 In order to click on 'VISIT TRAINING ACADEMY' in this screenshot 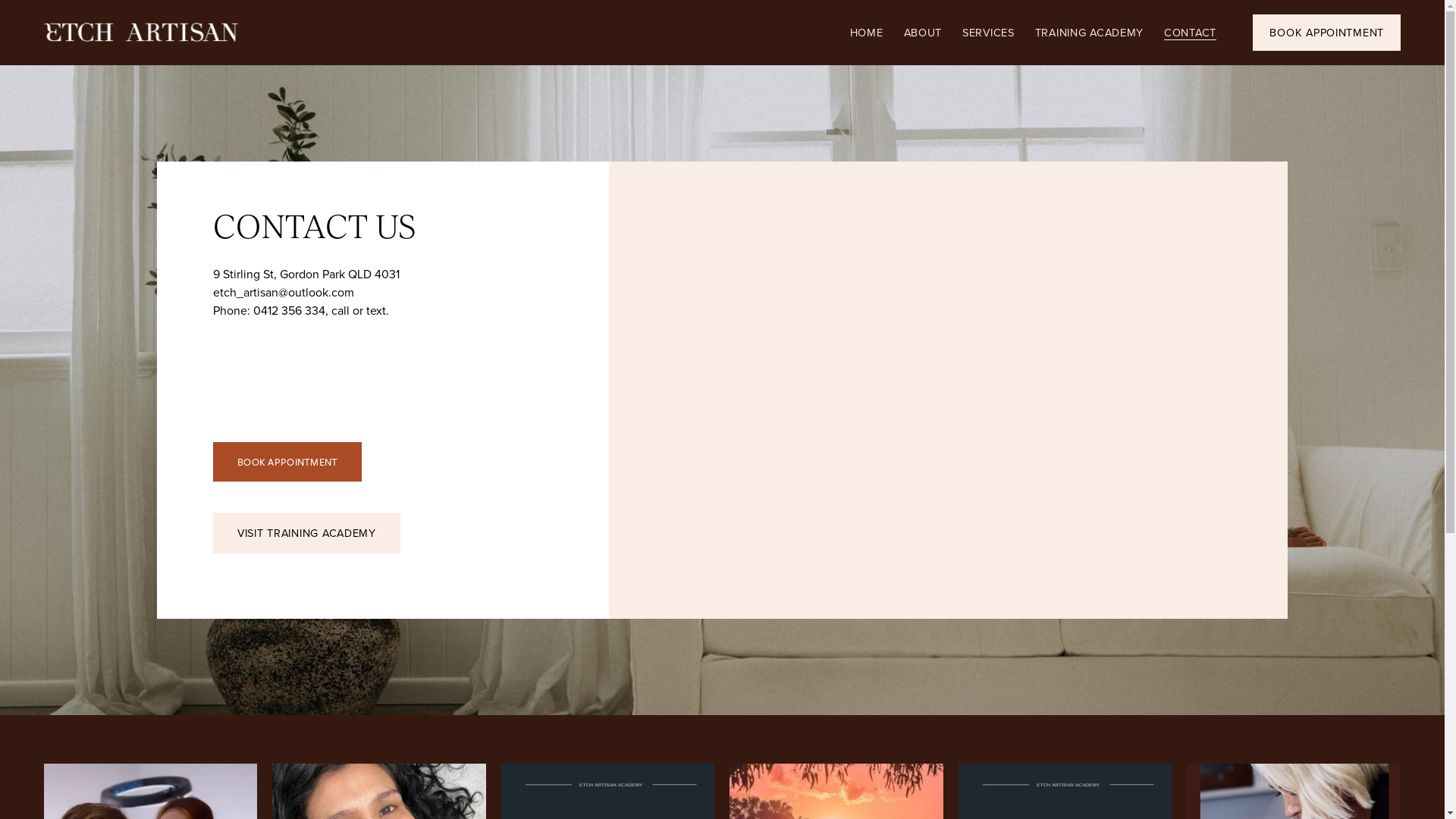, I will do `click(305, 532)`.